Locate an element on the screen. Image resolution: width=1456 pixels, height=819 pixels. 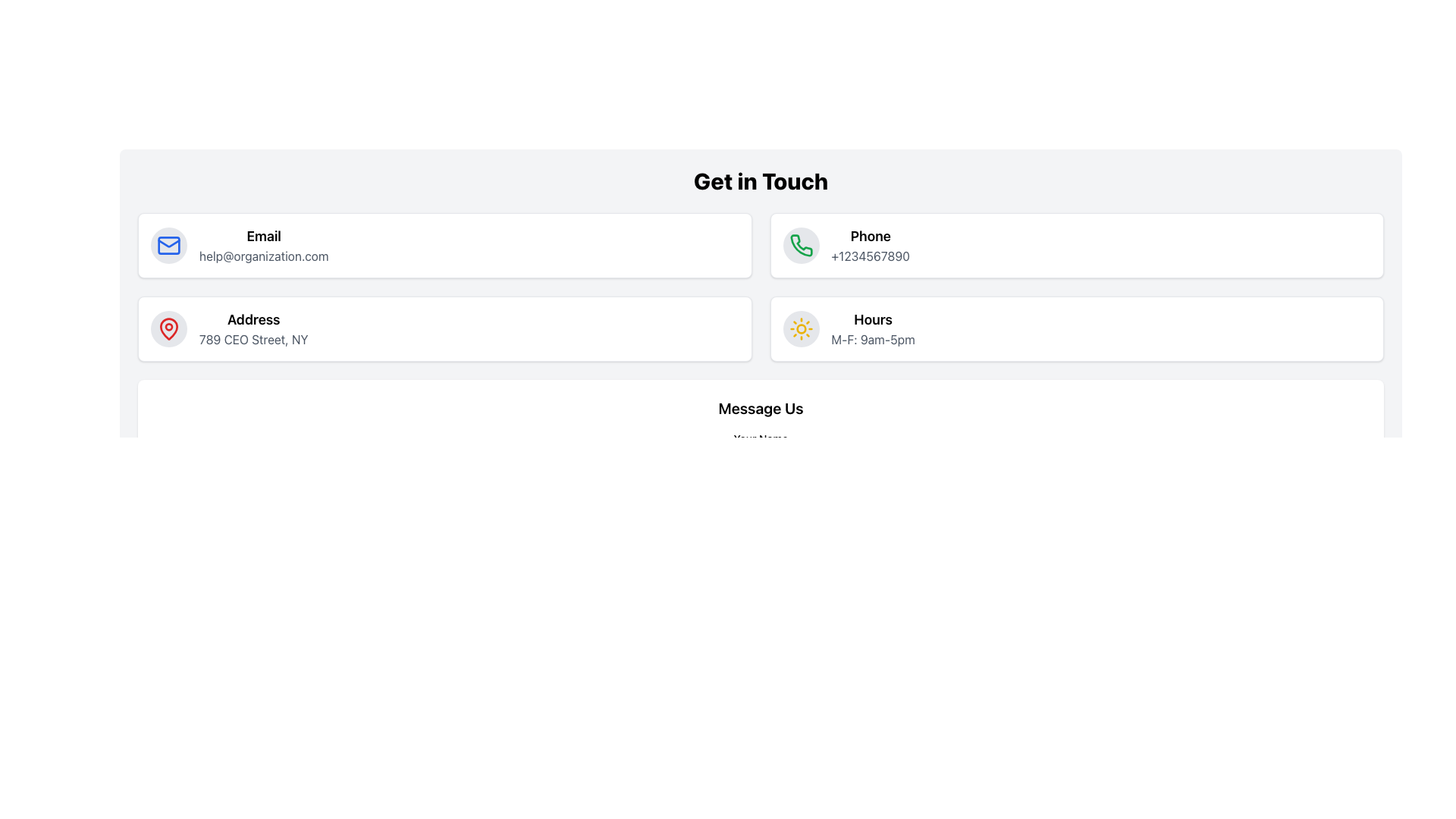
the text label that says 'Your Name', which is located below the header 'Message Us' and above the input field placeholder 'e.g., Jane Smith' is located at coordinates (761, 438).